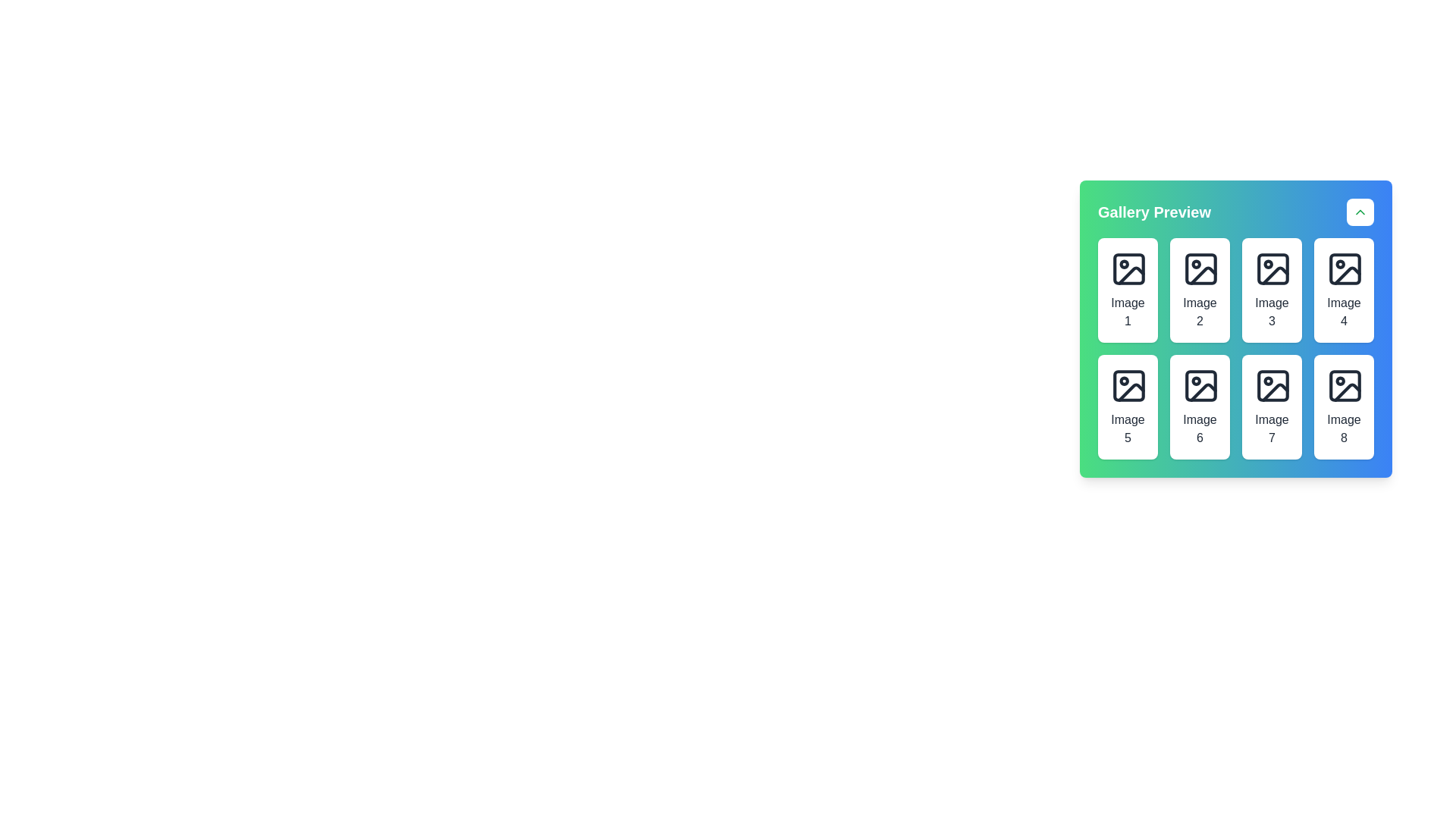  I want to click on the small button with a white circular background and a green upward-pointing chevron icon, located in the top-right corner of the 'Gallery Preview' section, so click(1360, 212).